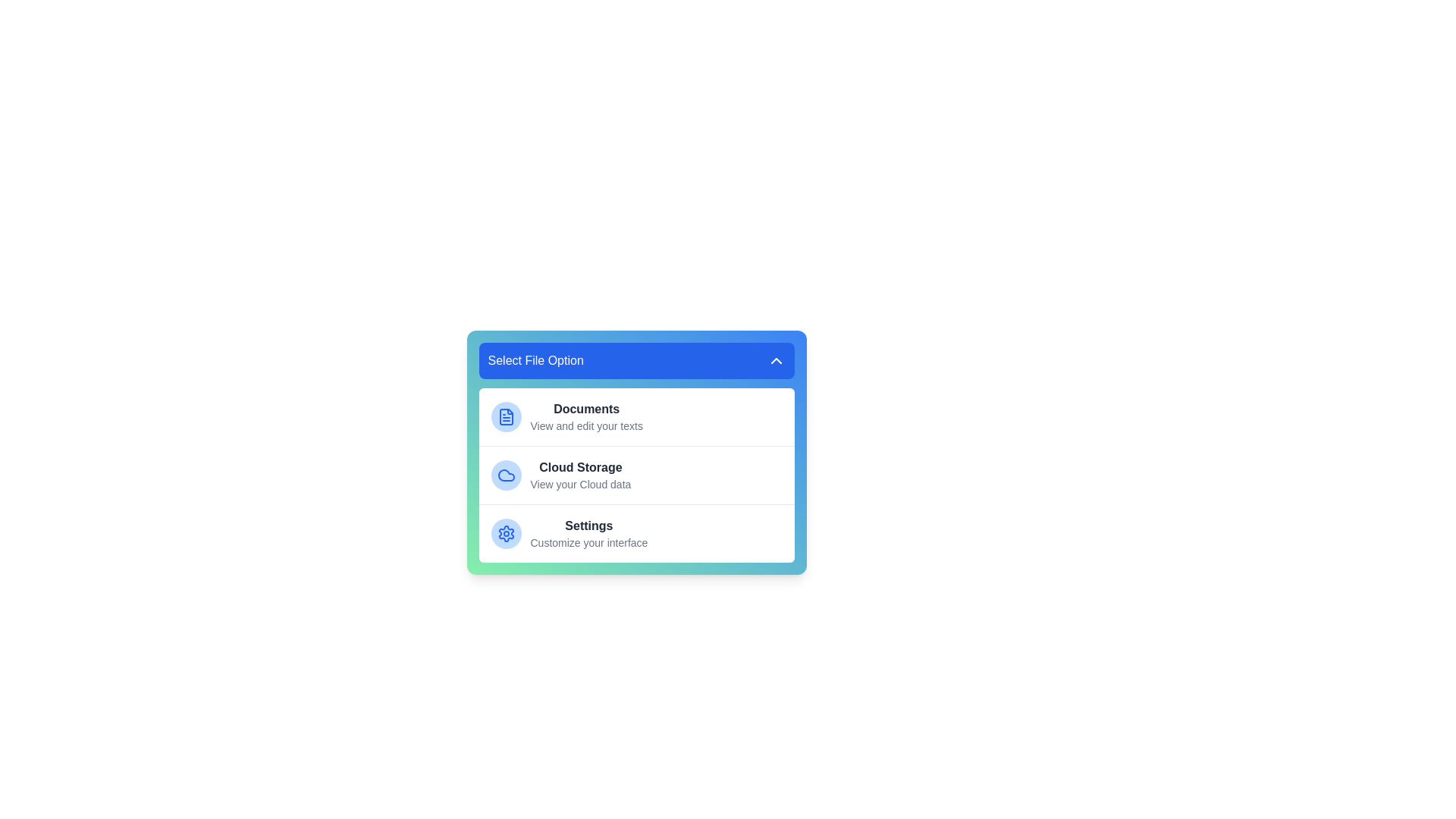 The height and width of the screenshot is (819, 1456). I want to click on the 'Settings' text element, which is the third option in a vertical list within a dropdown-like component, featuring bold dark gray text and a smaller light gray description, so click(588, 533).